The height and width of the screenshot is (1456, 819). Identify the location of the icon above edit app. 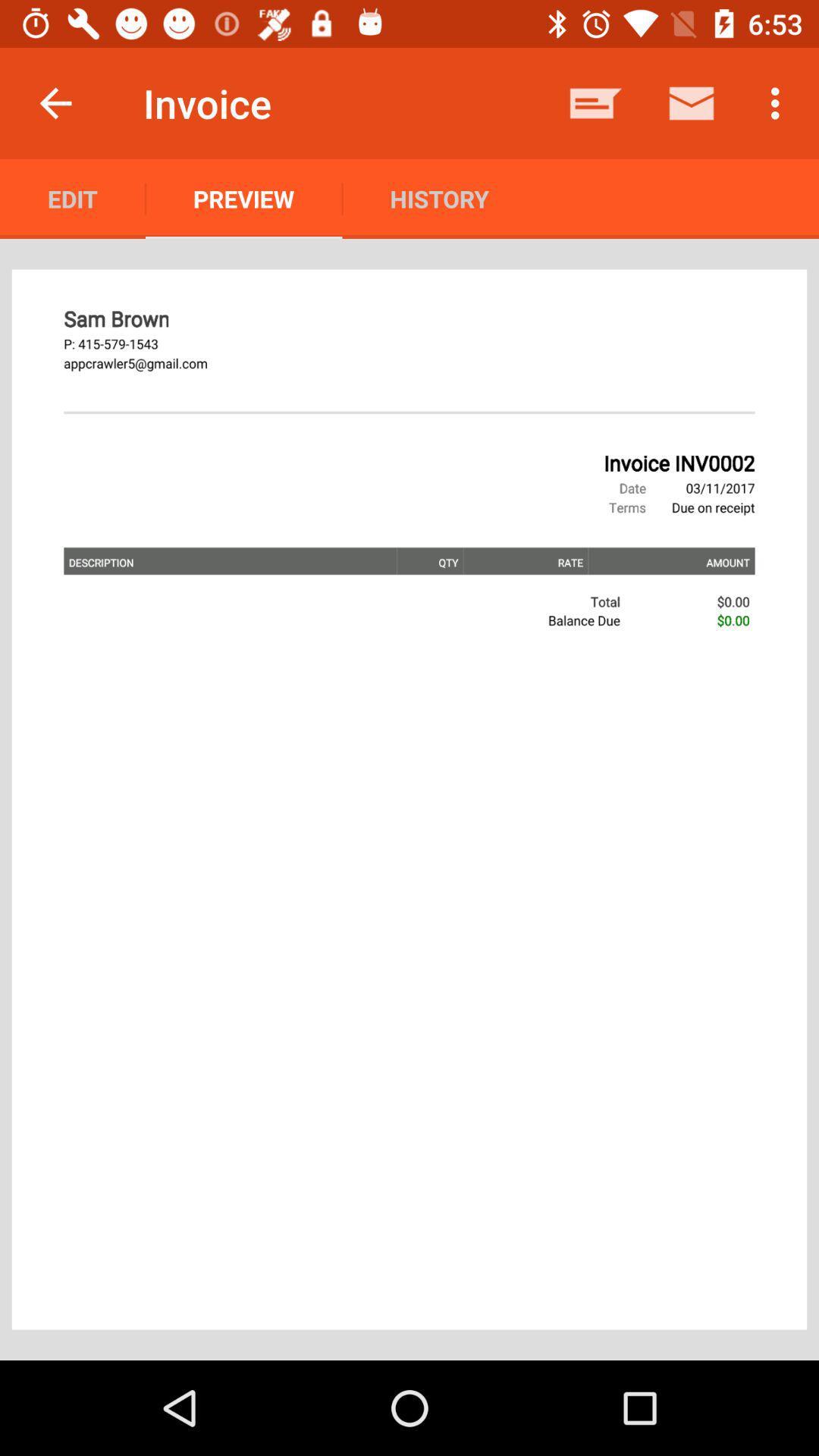
(55, 102).